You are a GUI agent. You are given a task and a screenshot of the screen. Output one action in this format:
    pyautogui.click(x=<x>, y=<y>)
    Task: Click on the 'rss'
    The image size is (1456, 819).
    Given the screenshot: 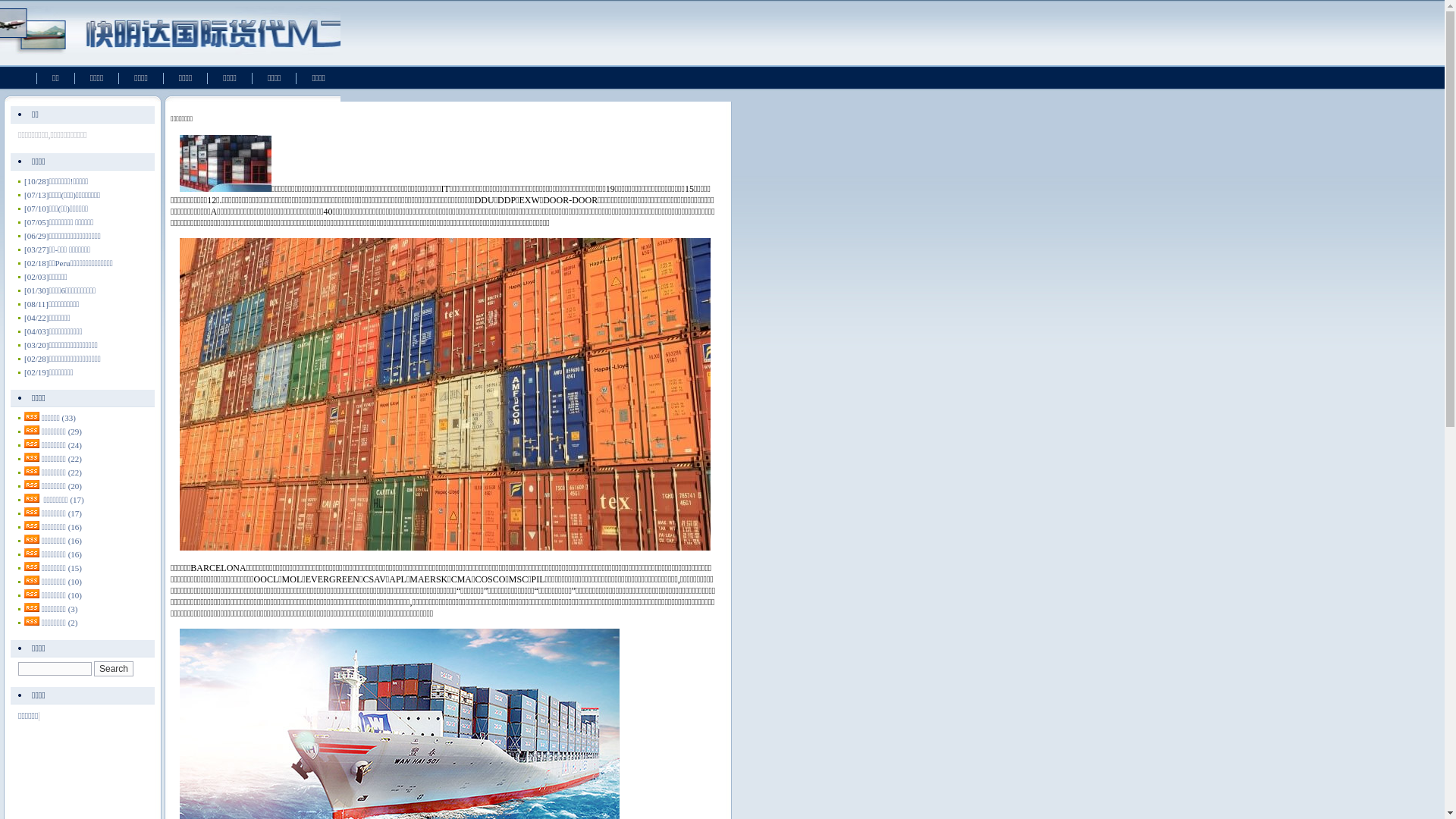 What is the action you would take?
    pyautogui.click(x=24, y=430)
    